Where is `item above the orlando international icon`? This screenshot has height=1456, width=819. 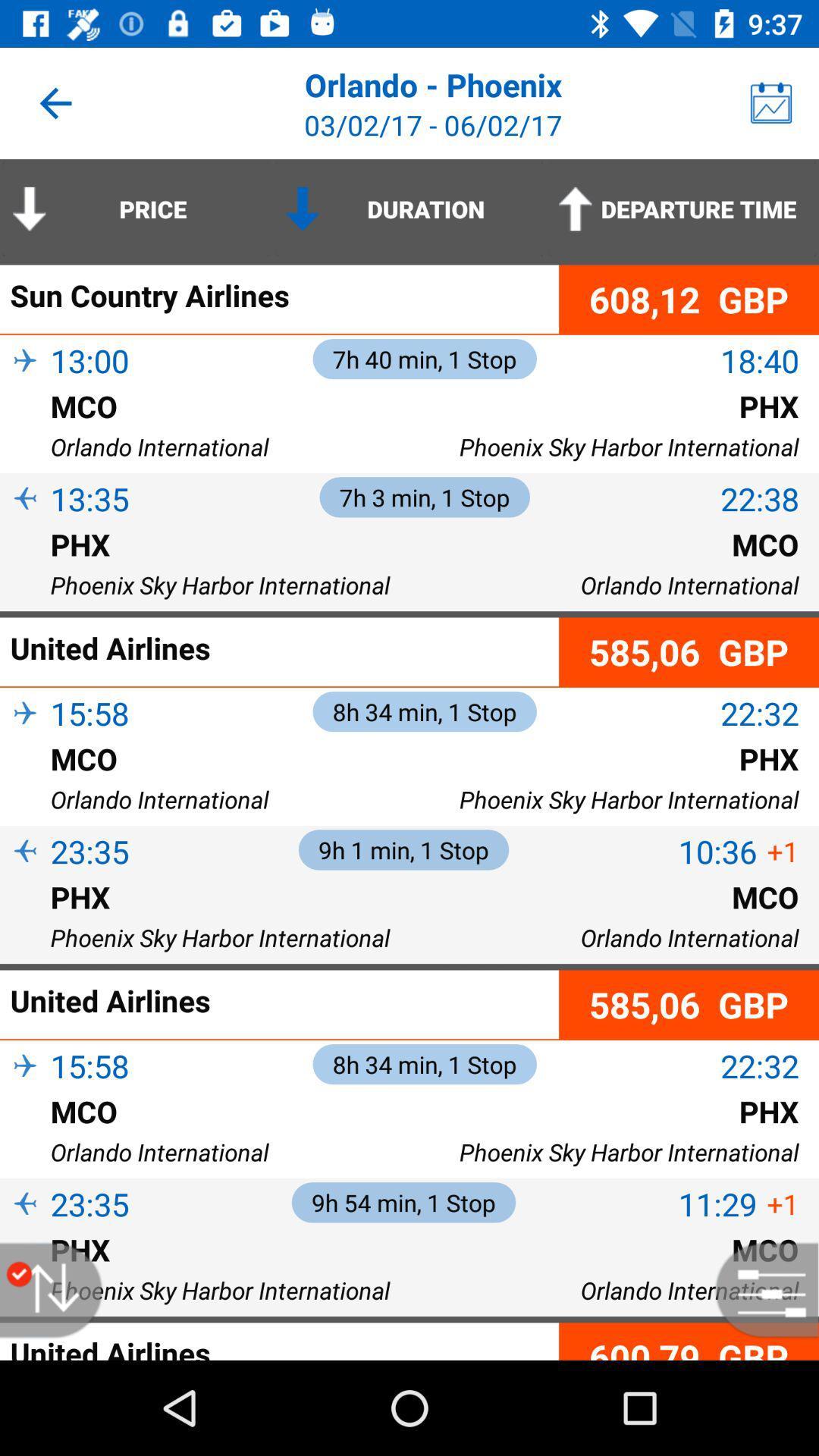 item above the orlando international icon is located at coordinates (25, 783).